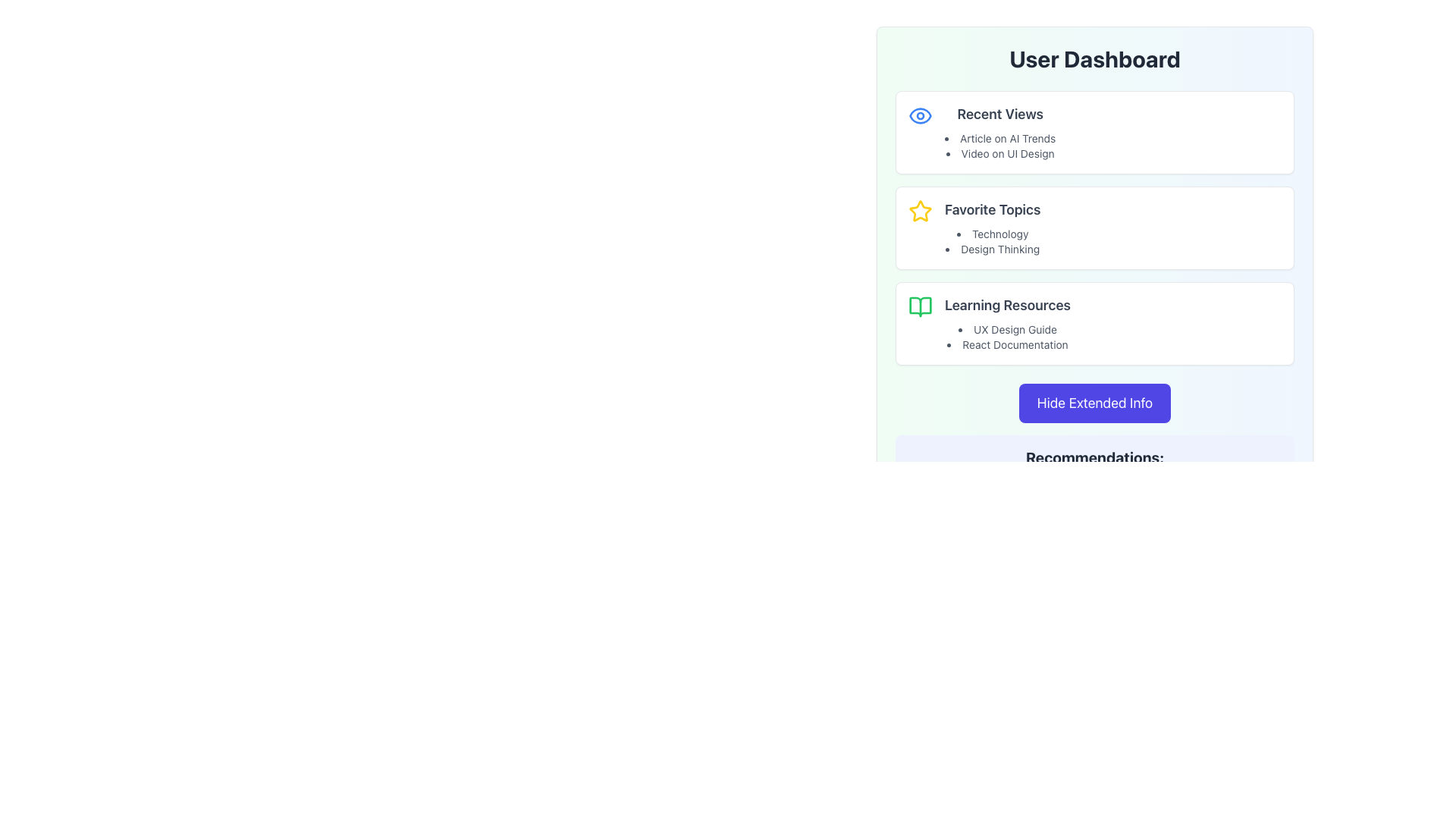 This screenshot has width=1456, height=819. Describe the element at coordinates (1008, 336) in the screenshot. I see `the first item in the bulleted list titled 'UX Design Guide' which is styled in gray and located under 'Learning Resources.'` at that location.